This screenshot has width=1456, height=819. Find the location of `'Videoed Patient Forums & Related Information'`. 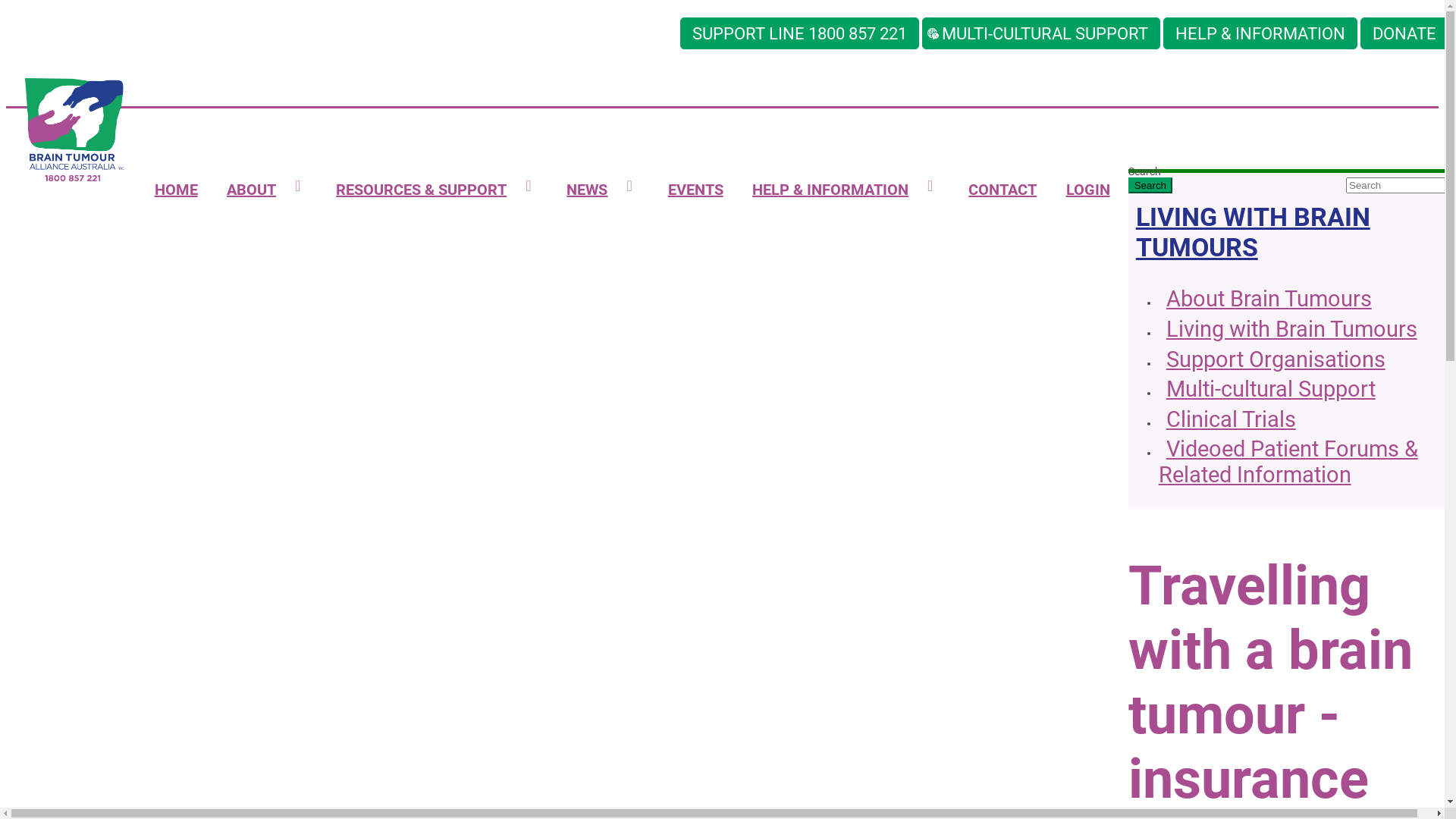

'Videoed Patient Forums & Related Information' is located at coordinates (1288, 462).